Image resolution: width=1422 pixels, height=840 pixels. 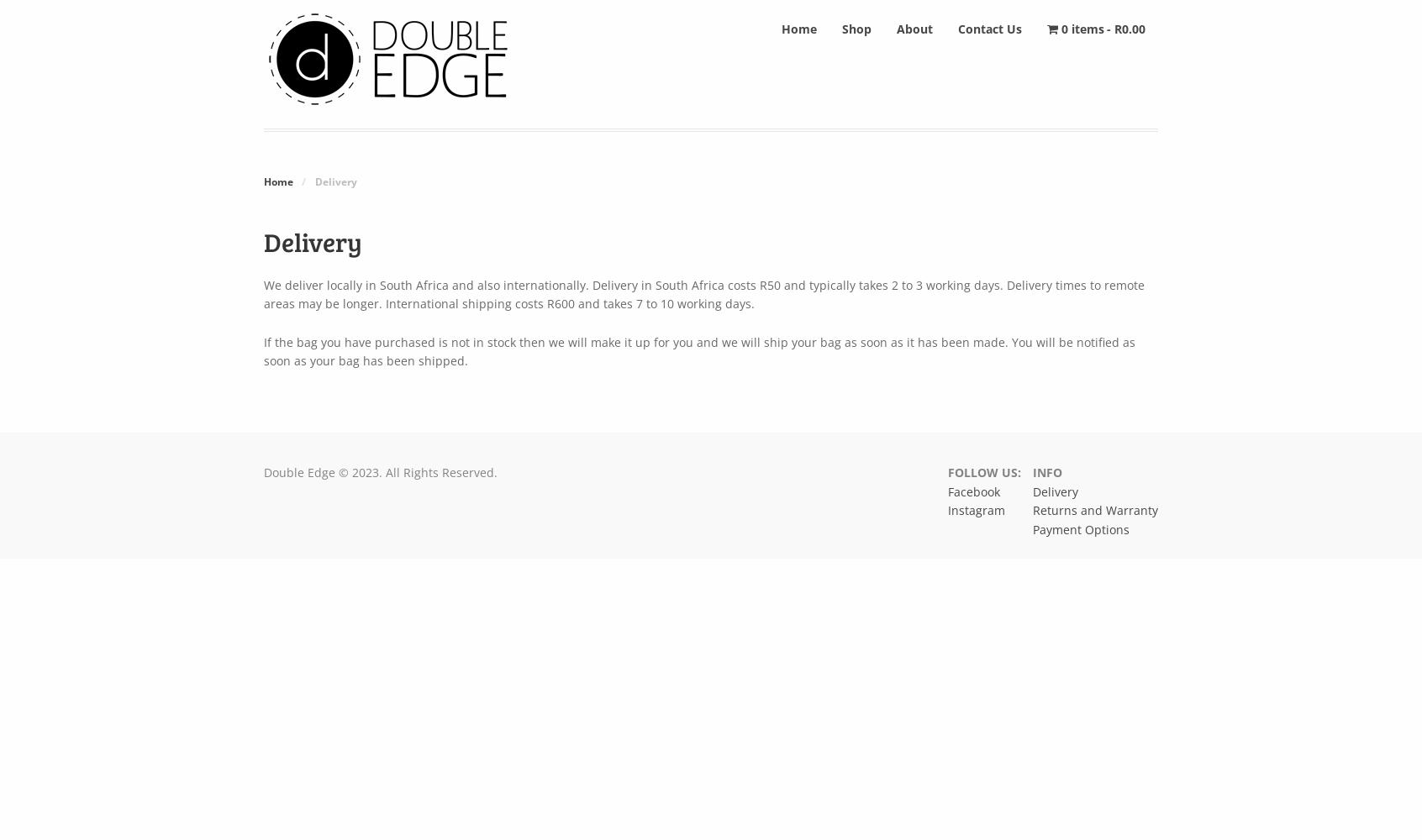 What do you see at coordinates (1129, 28) in the screenshot?
I see `'R0.00'` at bounding box center [1129, 28].